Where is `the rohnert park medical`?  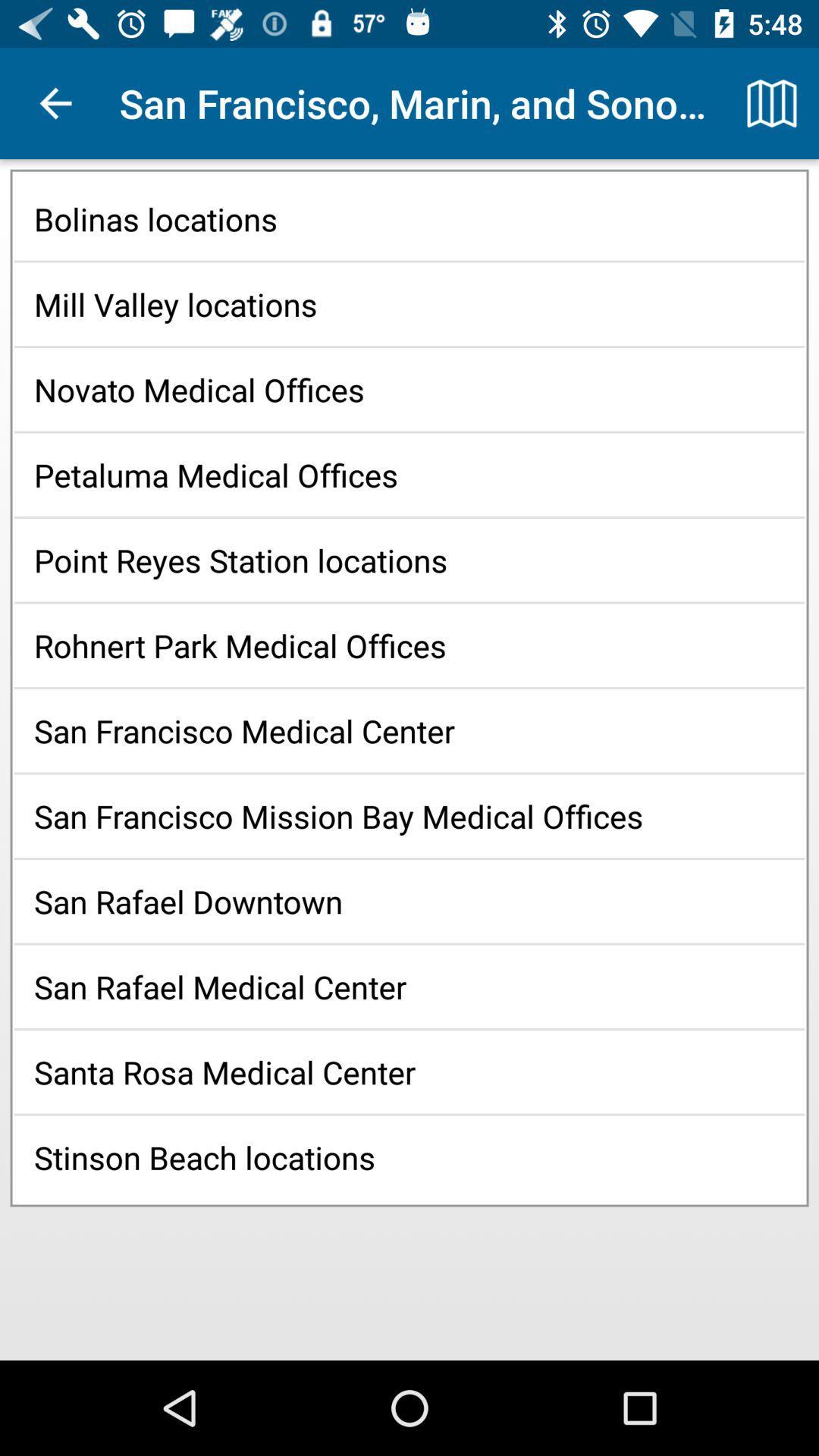
the rohnert park medical is located at coordinates (409, 645).